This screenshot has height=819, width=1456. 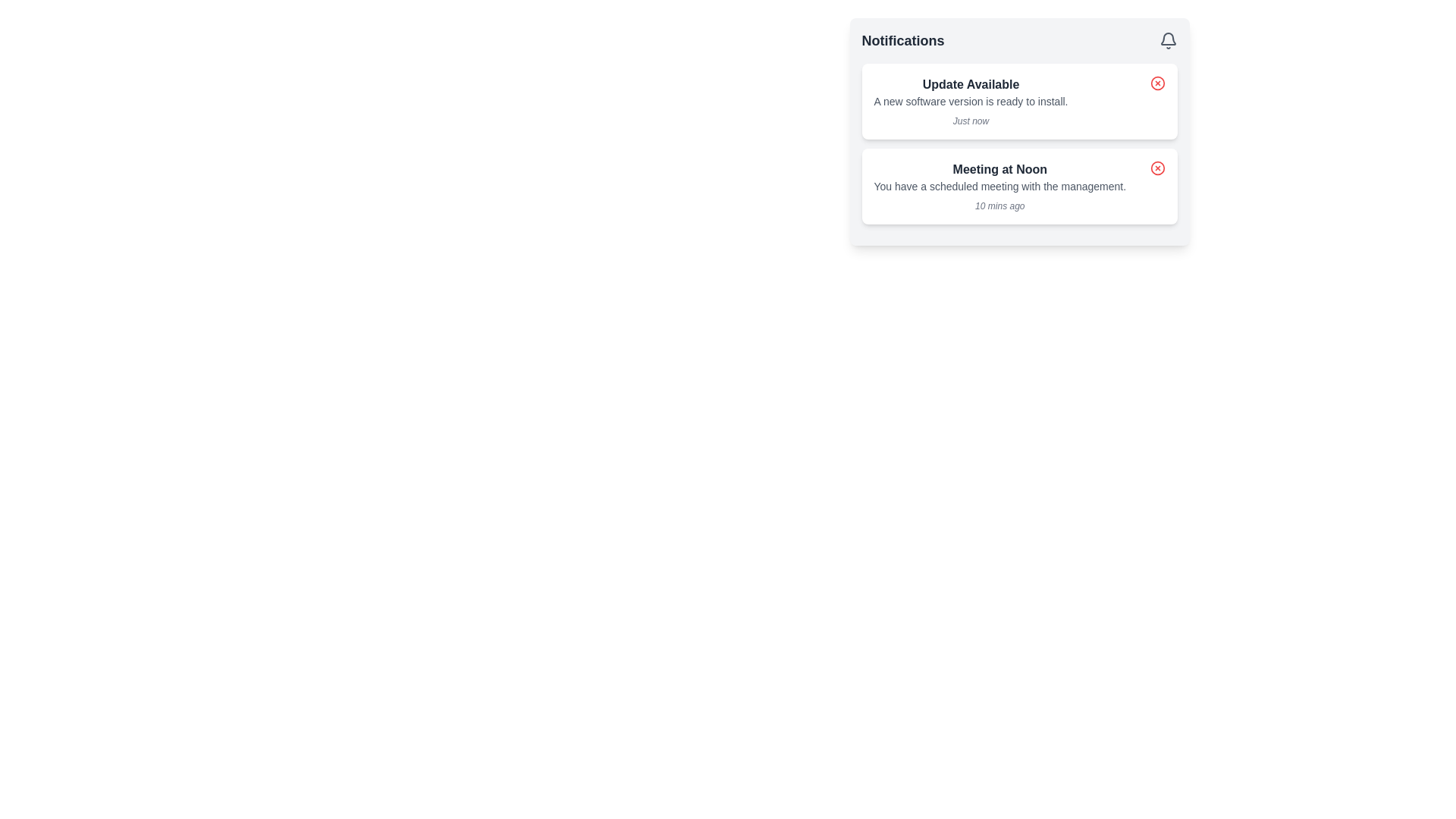 What do you see at coordinates (1167, 37) in the screenshot?
I see `the rounded bell icon representing notifications located in the top-right corner of the notifications panel` at bounding box center [1167, 37].